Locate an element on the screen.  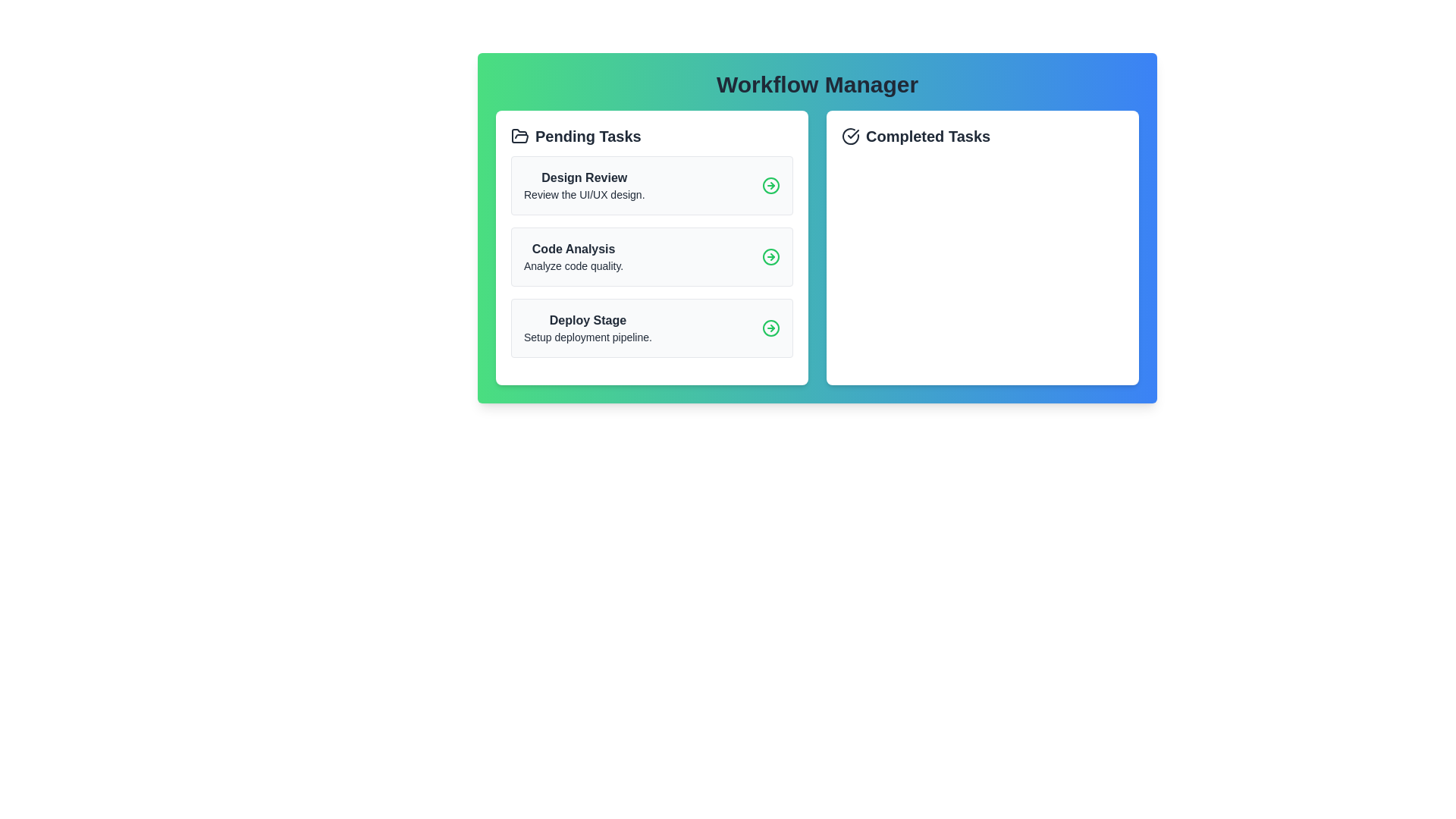
the circular graphical icon with a green outline and a rightward pointing arrow, located to the right of the 'Design Review' task in the 'Pending Tasks' list is located at coordinates (771, 185).